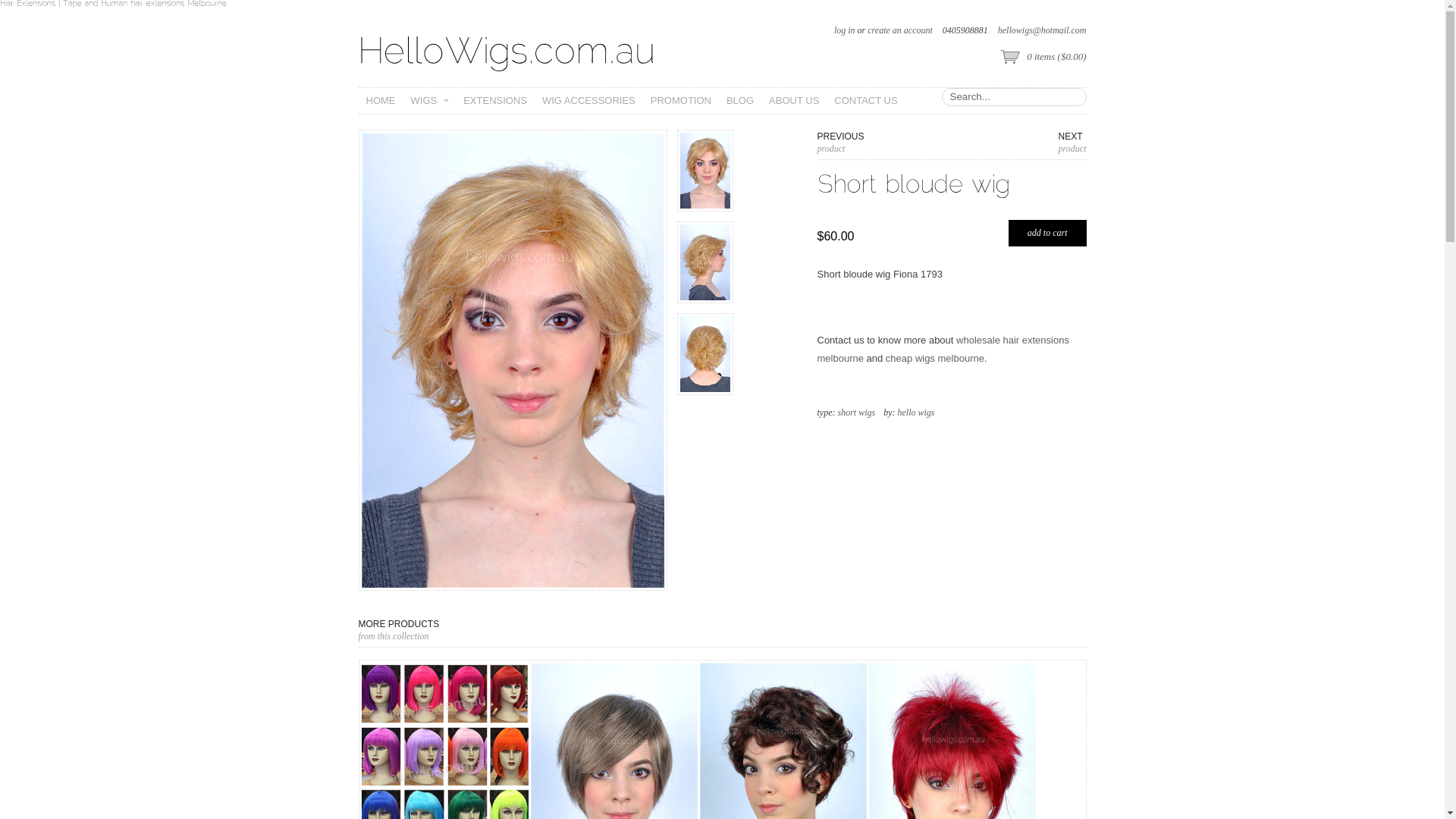 The image size is (1456, 819). What do you see at coordinates (934, 358) in the screenshot?
I see `'cheap wigs melbourne'` at bounding box center [934, 358].